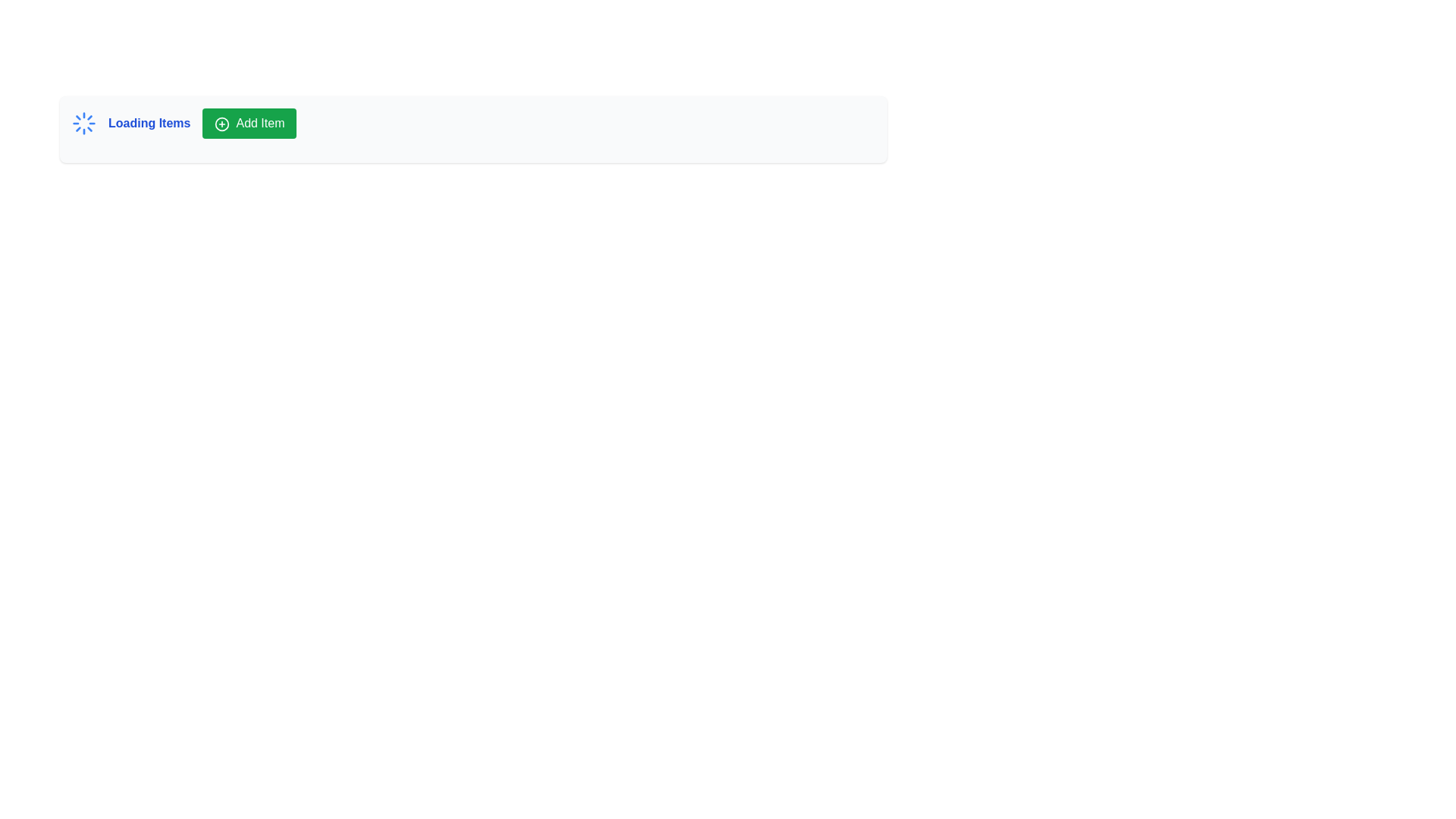  I want to click on the Loading Spinner Icon, which is a visual indicator on the left side of the 'Loading Items' text and the 'Add Item' button, so click(83, 122).